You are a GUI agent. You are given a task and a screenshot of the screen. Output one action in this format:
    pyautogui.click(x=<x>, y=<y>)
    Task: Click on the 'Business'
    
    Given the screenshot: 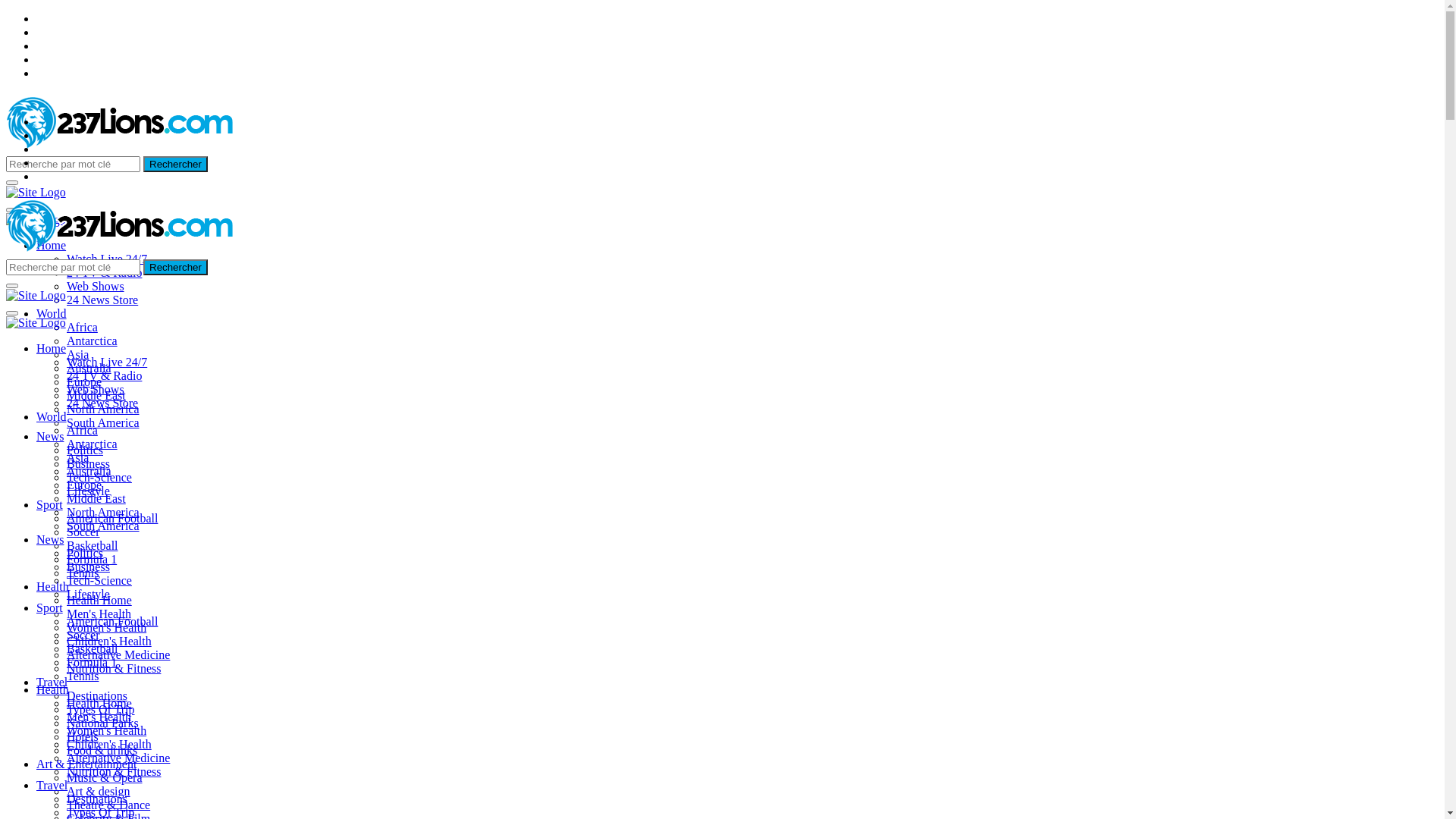 What is the action you would take?
    pyautogui.click(x=87, y=463)
    